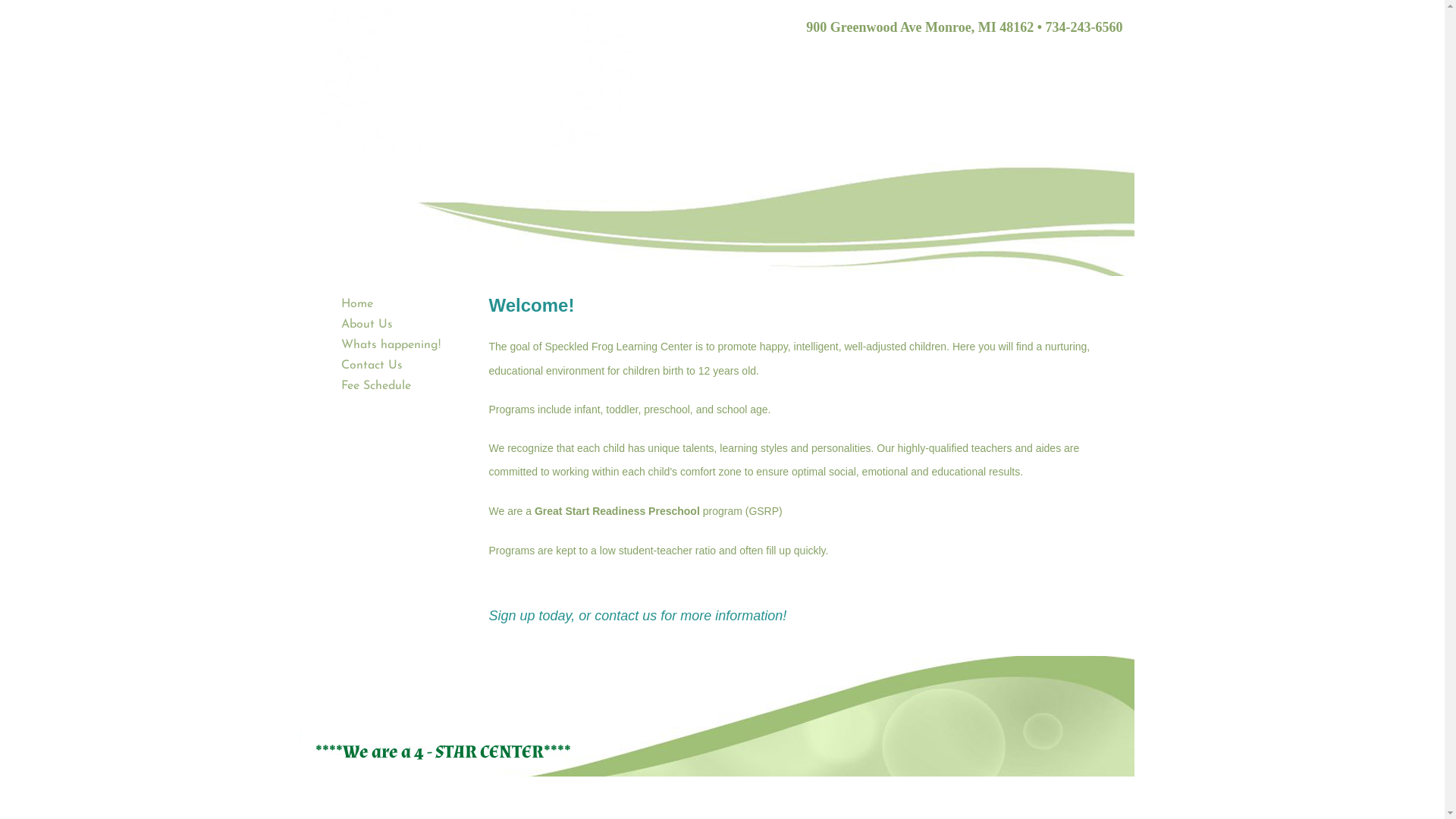  I want to click on 'Whats happening!', so click(333, 345).